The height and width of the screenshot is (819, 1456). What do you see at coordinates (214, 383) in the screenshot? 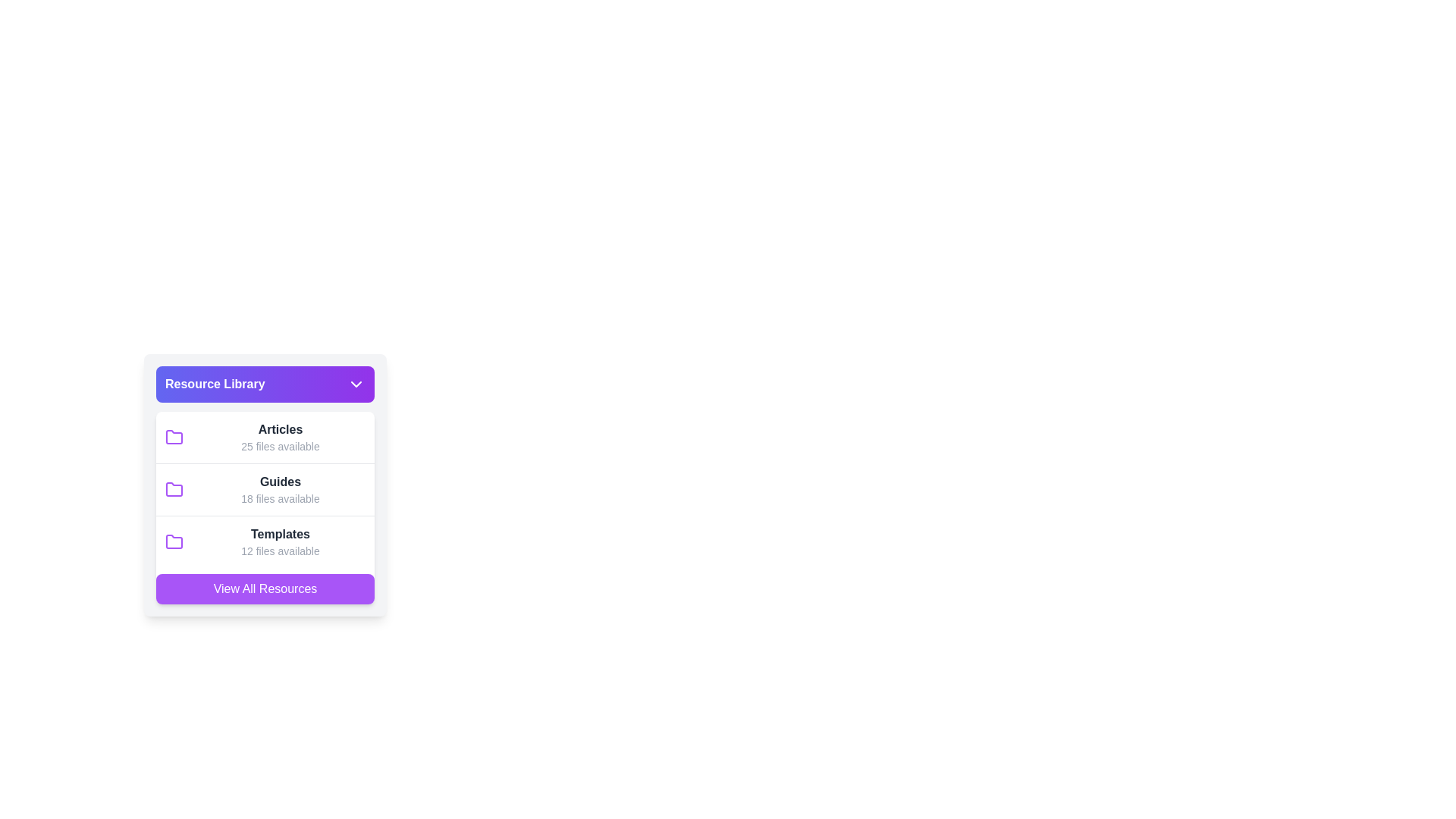
I see `the Text Label located on the left side of the rectangular header bar, which serves as a heading for the resources available below` at bounding box center [214, 383].